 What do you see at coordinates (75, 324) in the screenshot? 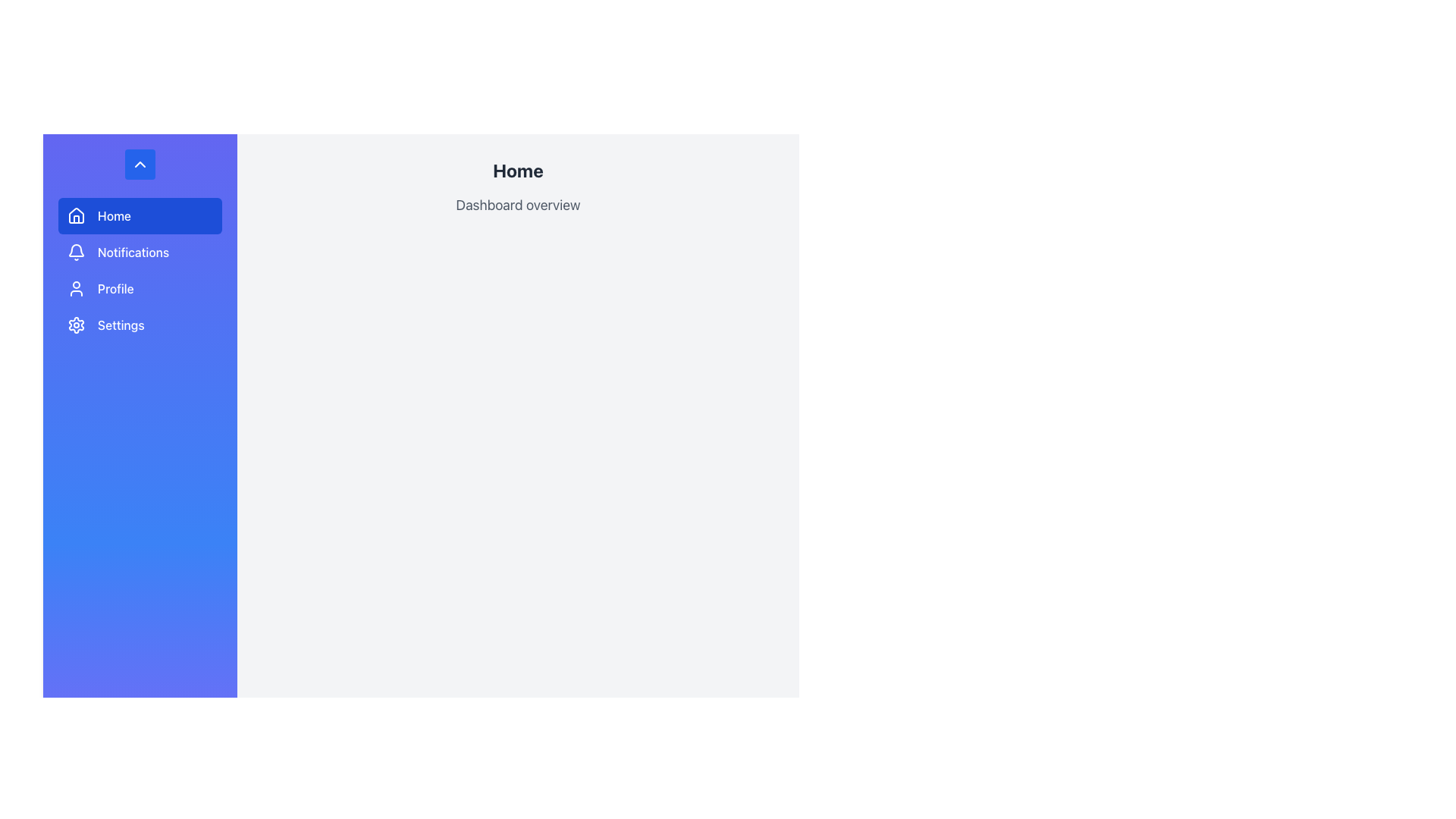
I see `the gear-shaped icon with a blue background and white outline located in the left-hand navigation menu, adjacent to the text 'Settings'` at bounding box center [75, 324].